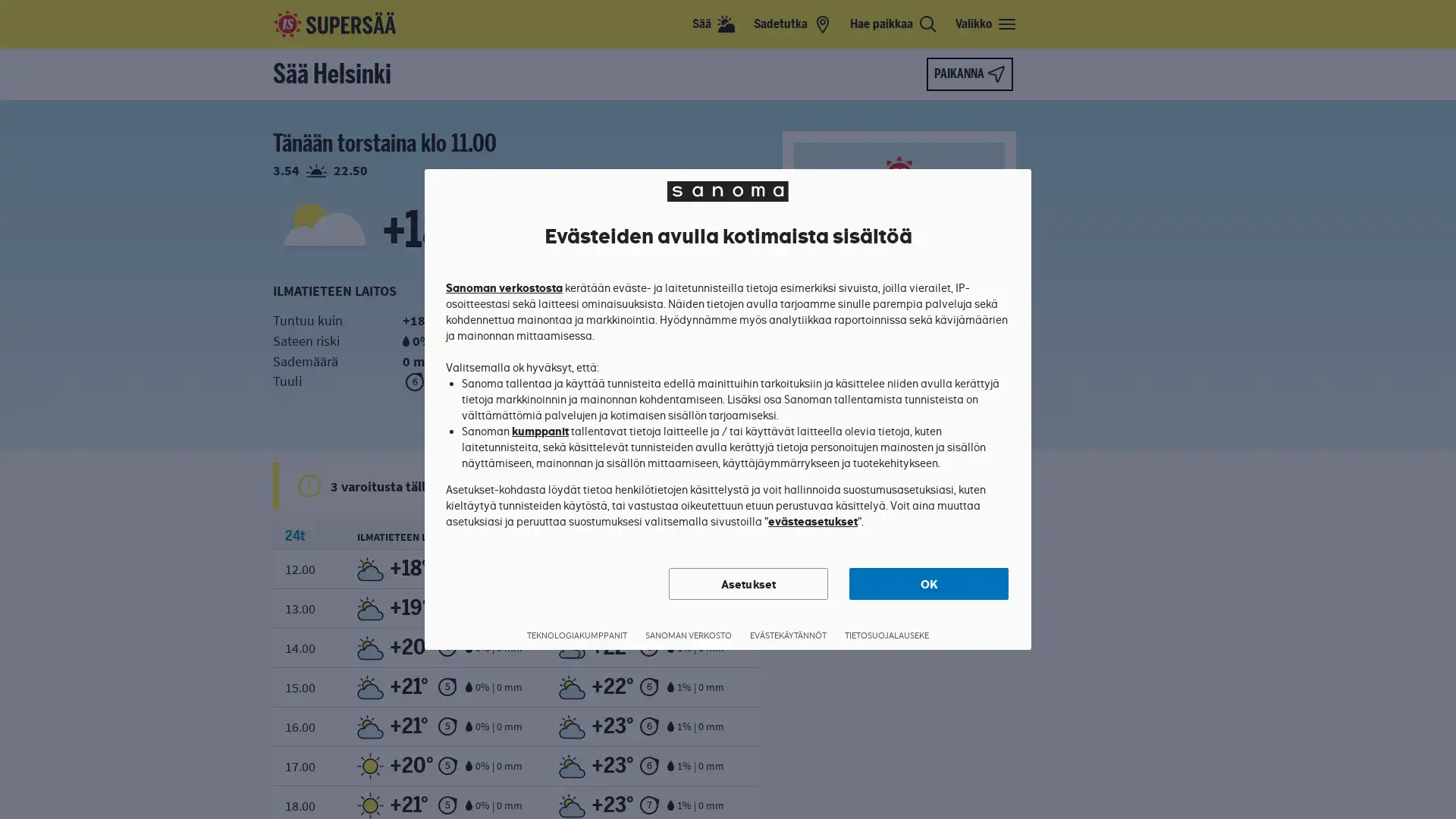  What do you see at coordinates (968, 74) in the screenshot?
I see `Paikanna minut` at bounding box center [968, 74].